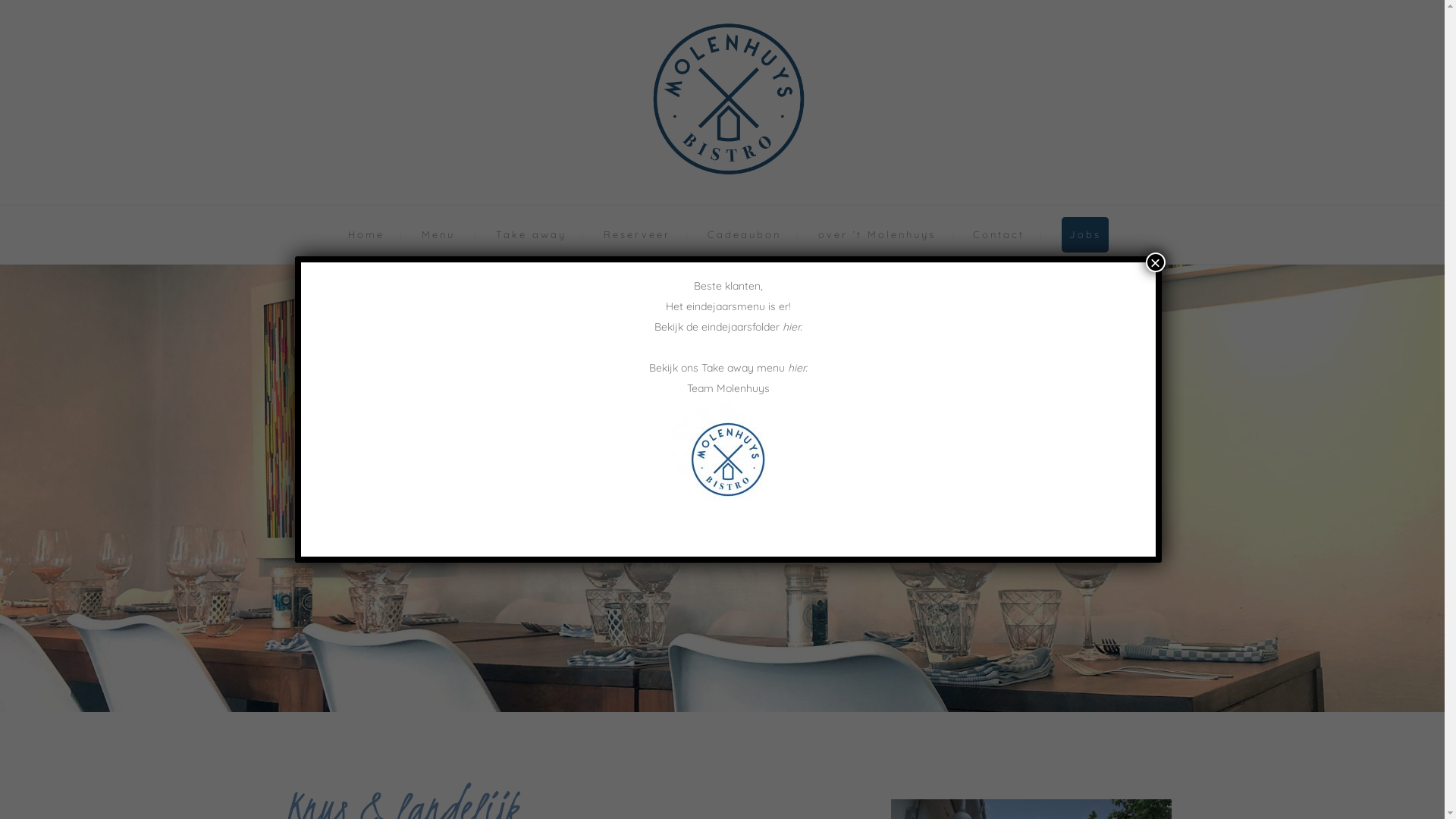 Image resolution: width=1456 pixels, height=819 pixels. I want to click on 'Contact', so click(997, 234).